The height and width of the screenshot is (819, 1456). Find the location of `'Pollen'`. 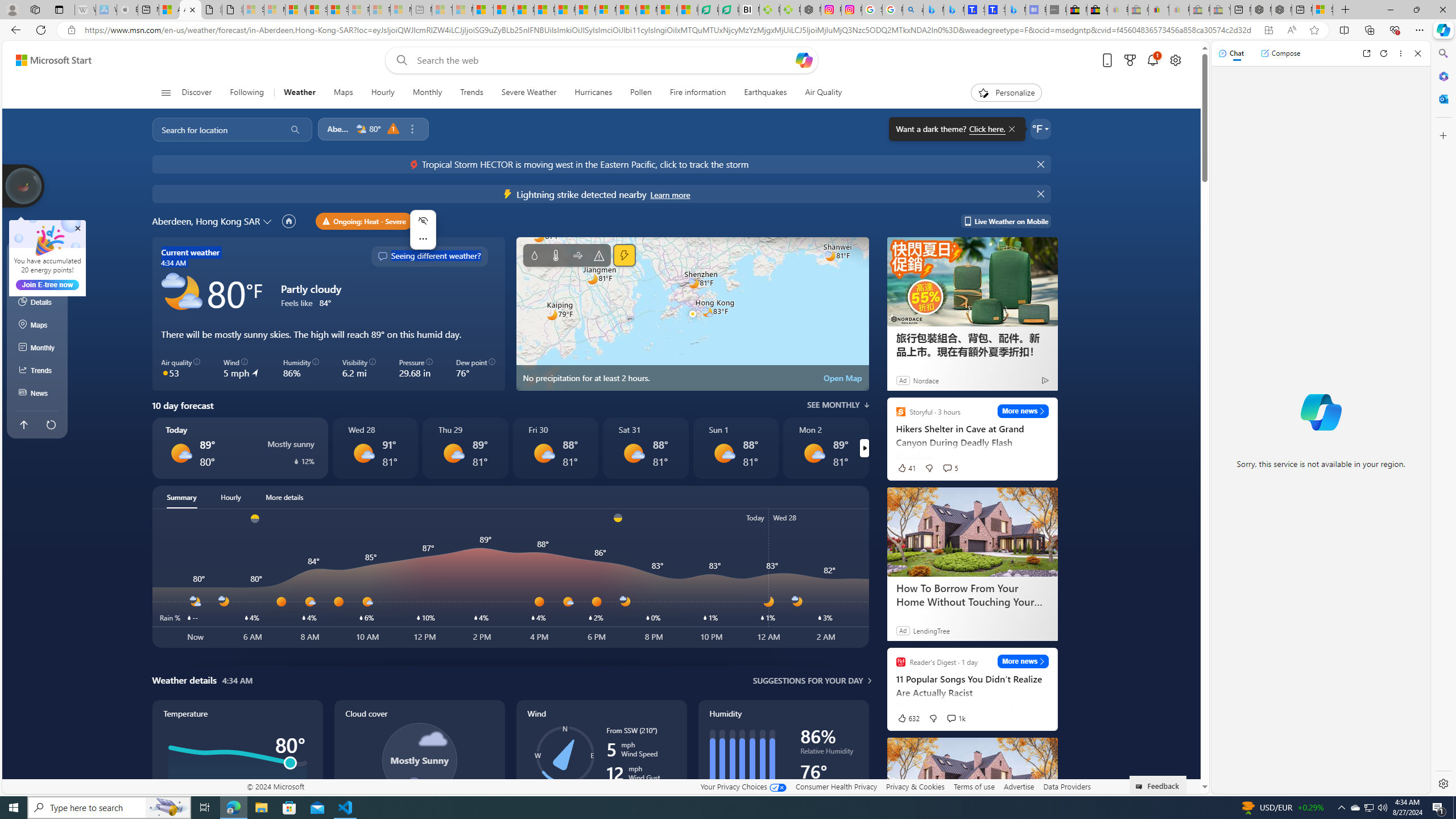

'Pollen' is located at coordinates (640, 92).